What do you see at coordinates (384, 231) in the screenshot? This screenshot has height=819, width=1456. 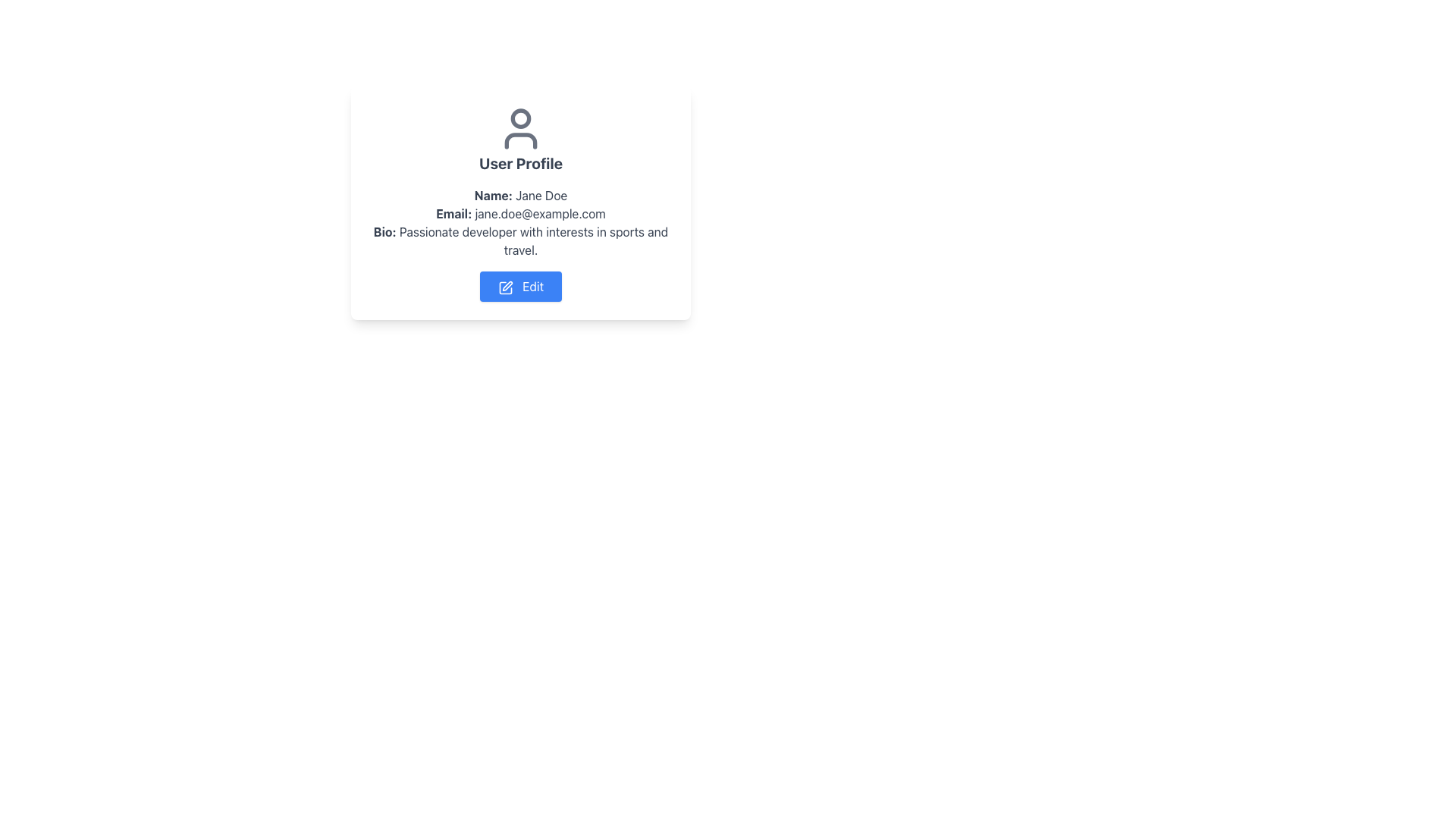 I see `the bold text label displaying 'Bio:' which serves as the introductory label in the user profile information section` at bounding box center [384, 231].